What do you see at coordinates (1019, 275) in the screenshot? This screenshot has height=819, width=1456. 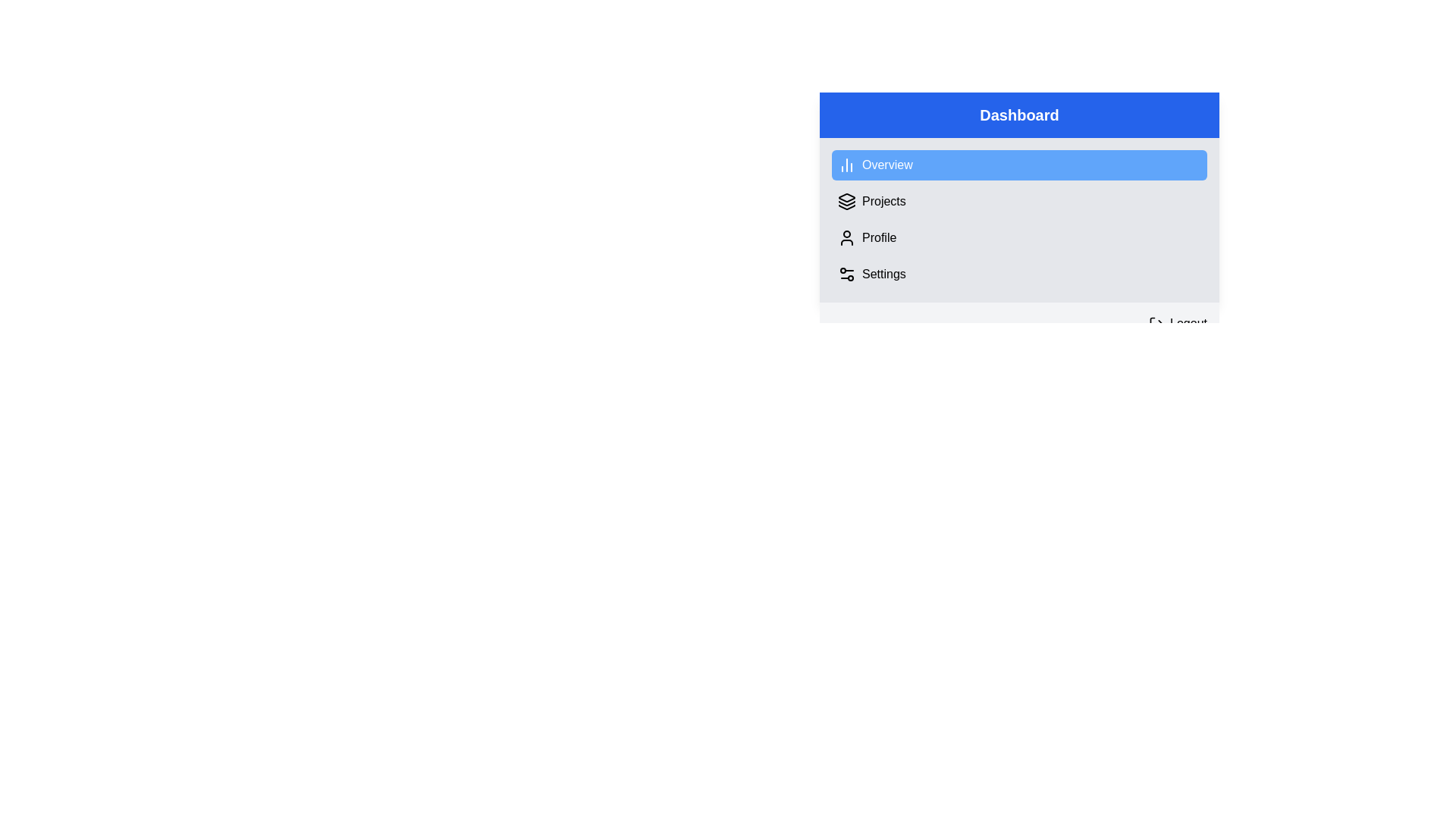 I see `the fourth menu/tab entry which directs to the settings interface` at bounding box center [1019, 275].